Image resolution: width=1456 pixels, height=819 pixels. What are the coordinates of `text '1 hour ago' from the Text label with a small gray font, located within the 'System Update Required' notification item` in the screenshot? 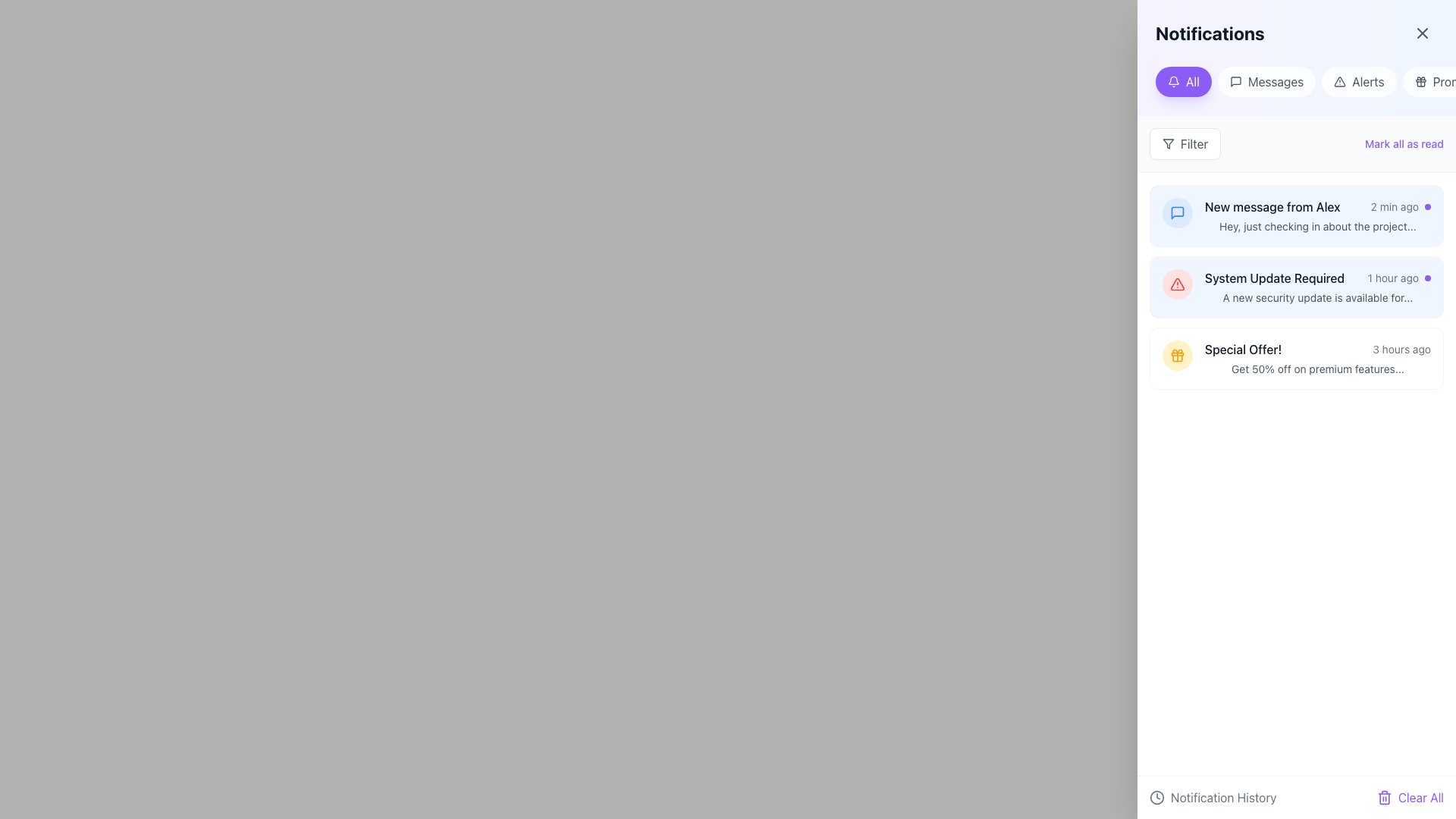 It's located at (1398, 278).